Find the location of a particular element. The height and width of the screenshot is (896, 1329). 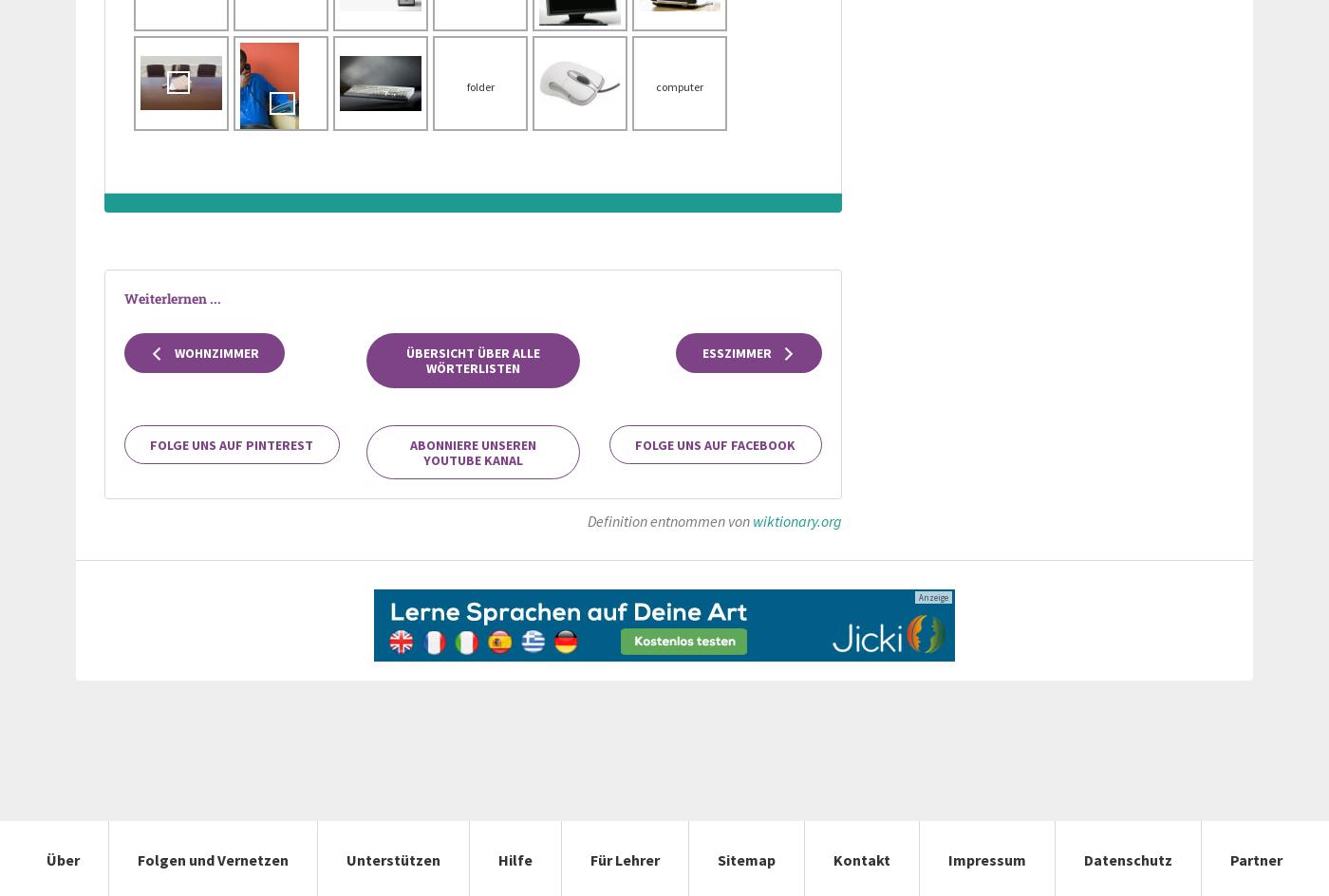

'Folge uns auf Facebook' is located at coordinates (635, 443).